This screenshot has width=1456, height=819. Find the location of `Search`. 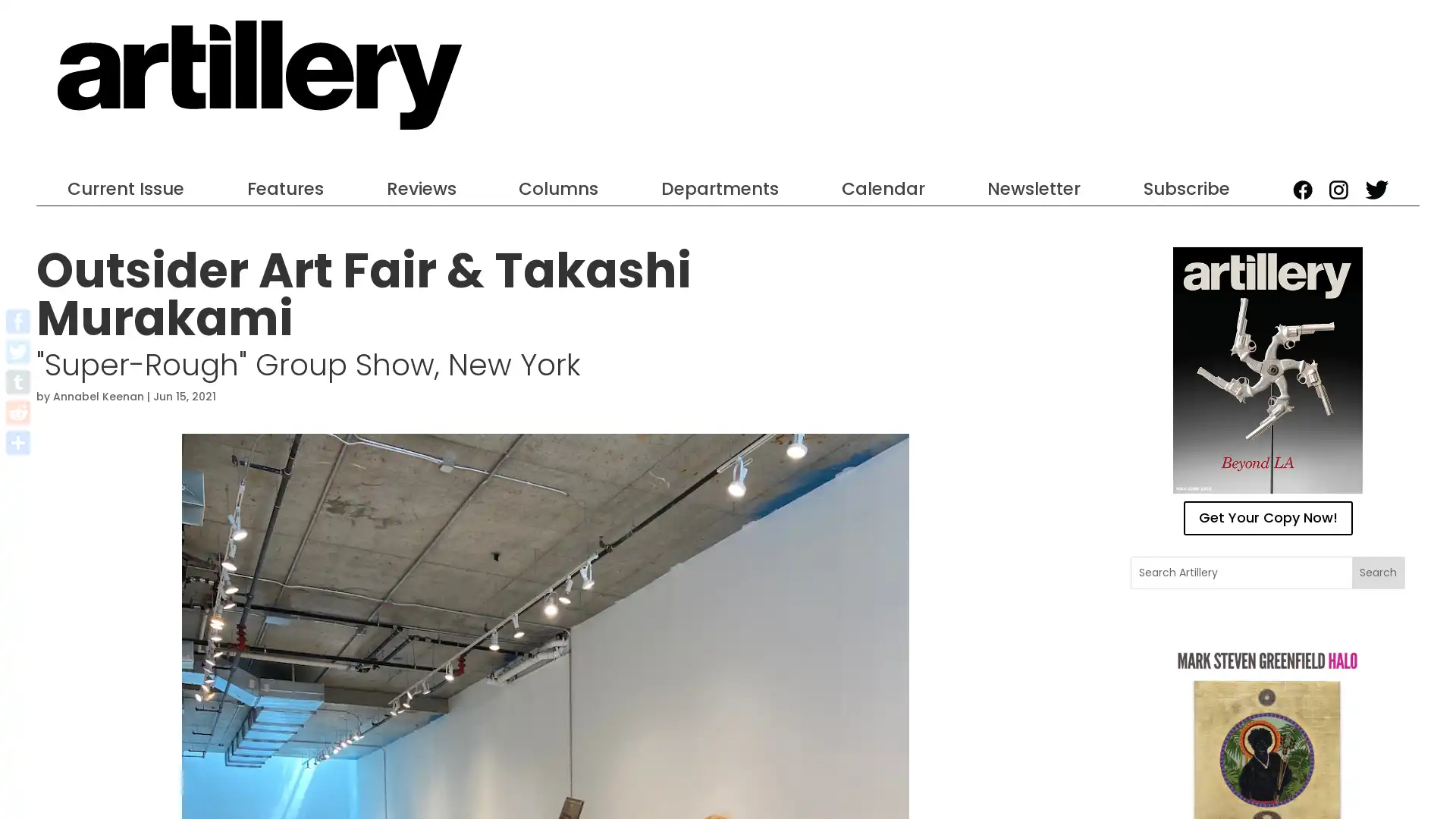

Search is located at coordinates (1377, 572).